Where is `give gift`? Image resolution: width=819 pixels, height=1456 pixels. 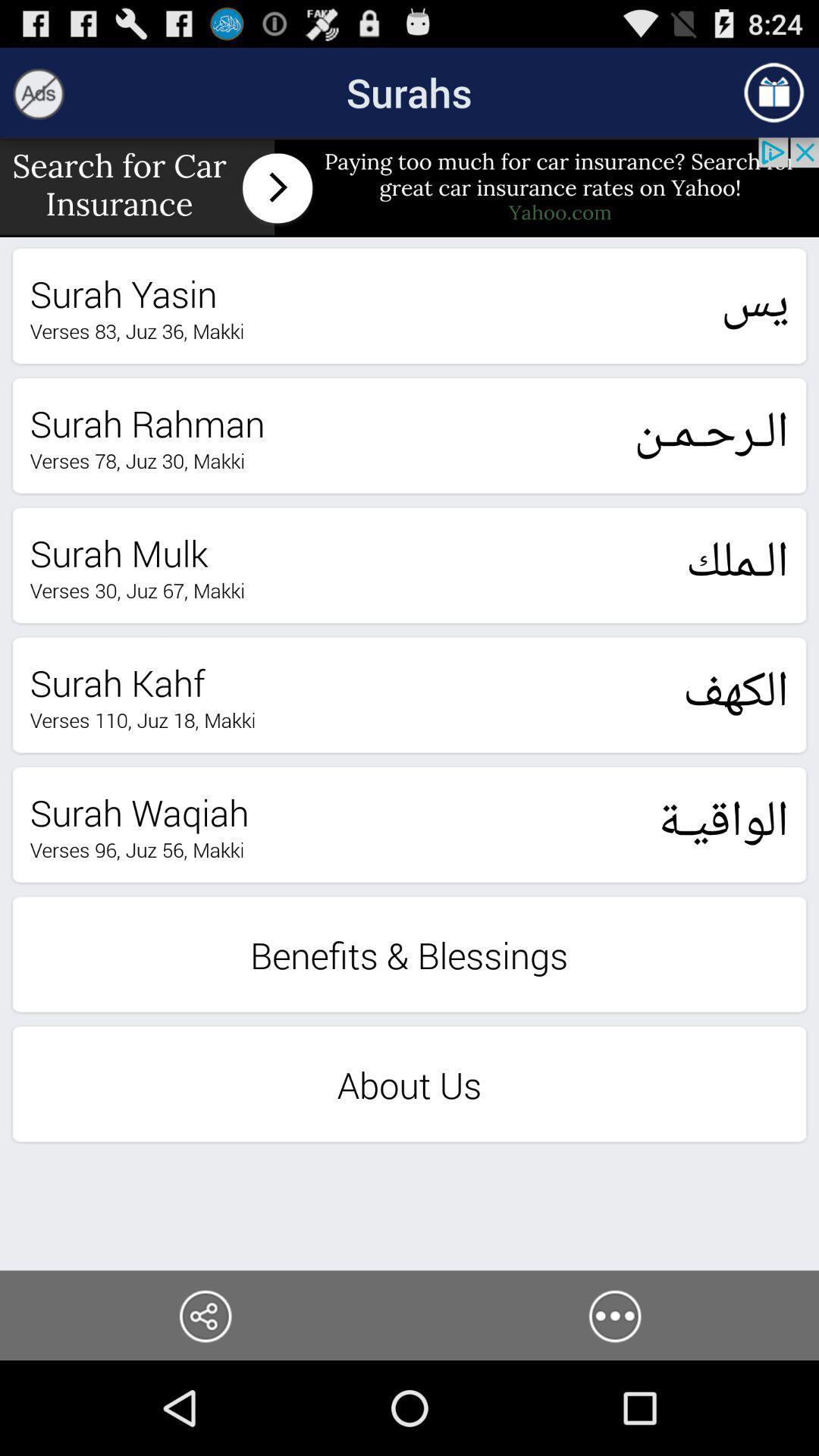 give gift is located at coordinates (773, 92).